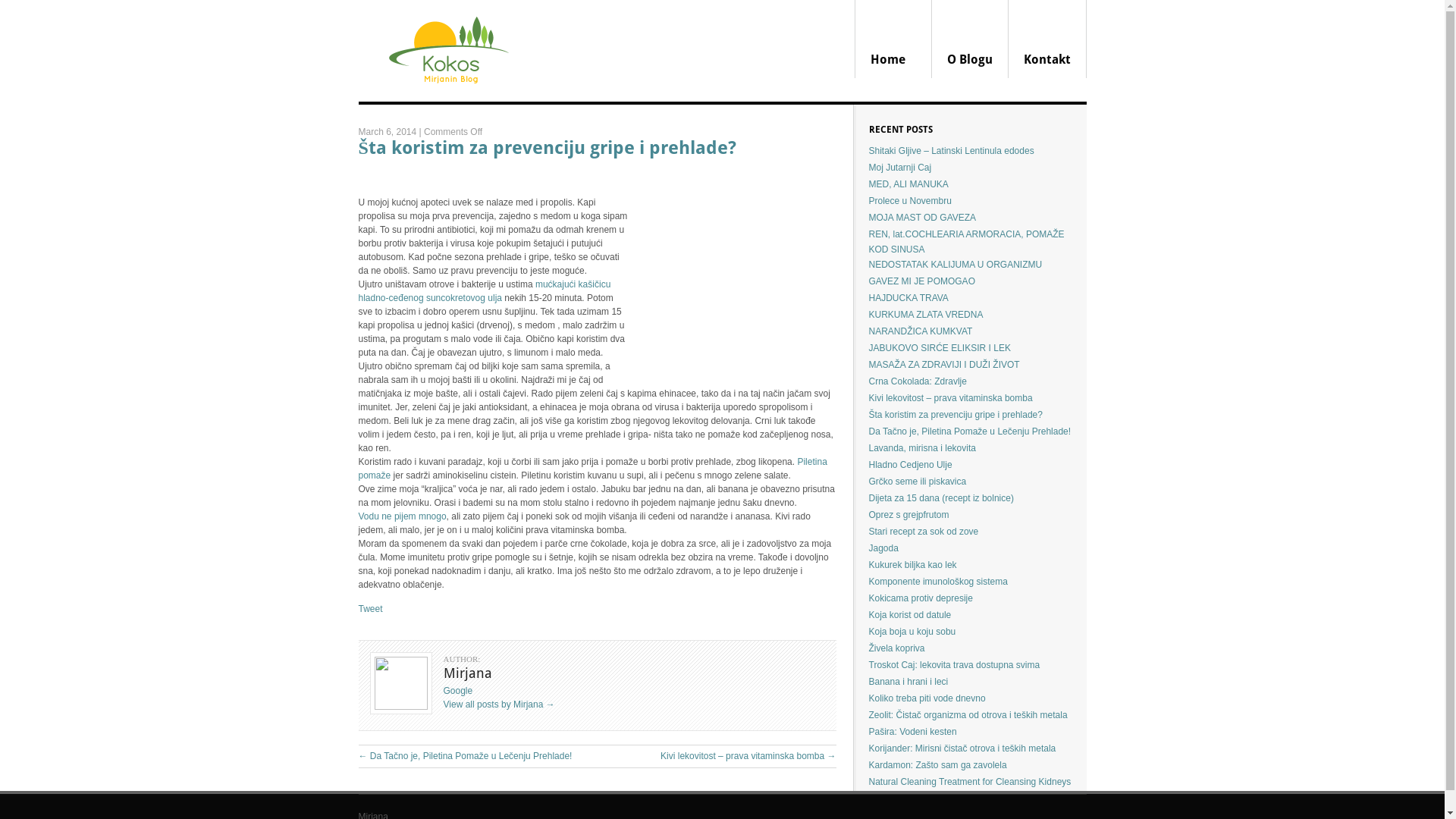 This screenshot has height=819, width=1456. What do you see at coordinates (968, 38) in the screenshot?
I see `'O Blogu'` at bounding box center [968, 38].